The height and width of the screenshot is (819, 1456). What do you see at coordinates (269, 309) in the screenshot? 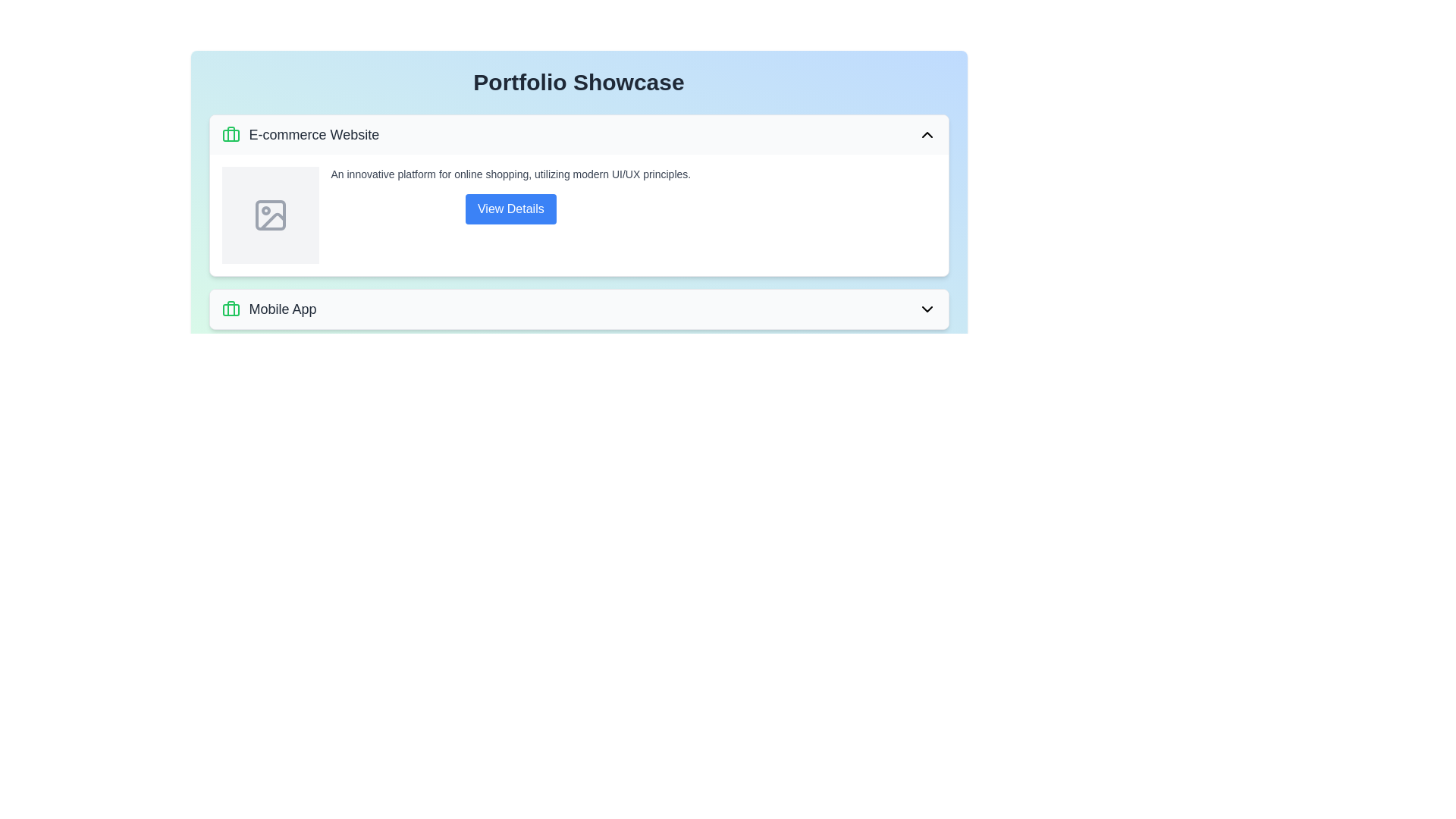
I see `the 'Mobile App' menu item` at bounding box center [269, 309].